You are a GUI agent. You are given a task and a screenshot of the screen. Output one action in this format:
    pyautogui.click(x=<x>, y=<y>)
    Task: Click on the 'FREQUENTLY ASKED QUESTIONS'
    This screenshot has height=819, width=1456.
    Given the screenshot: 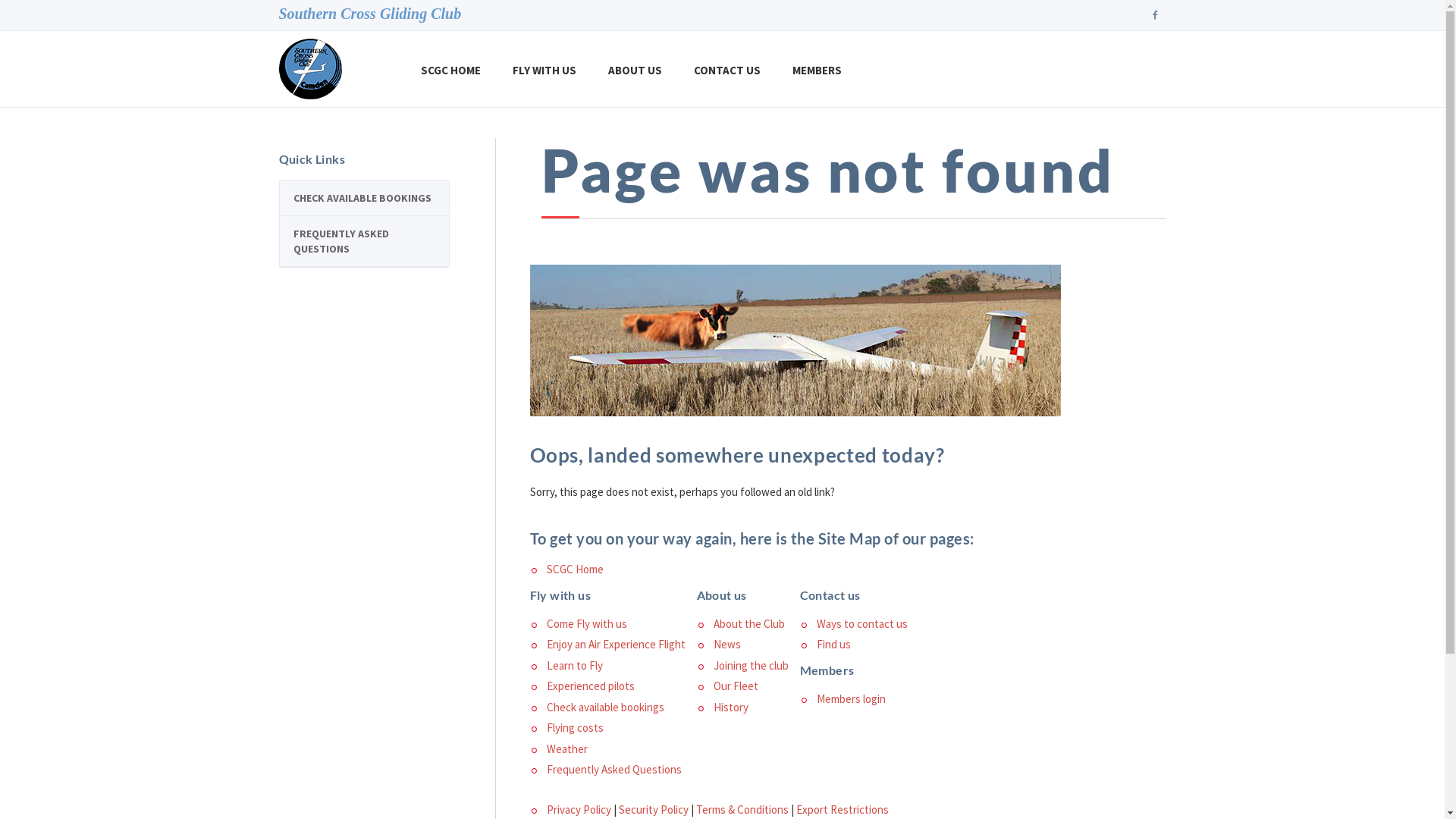 What is the action you would take?
    pyautogui.click(x=362, y=240)
    